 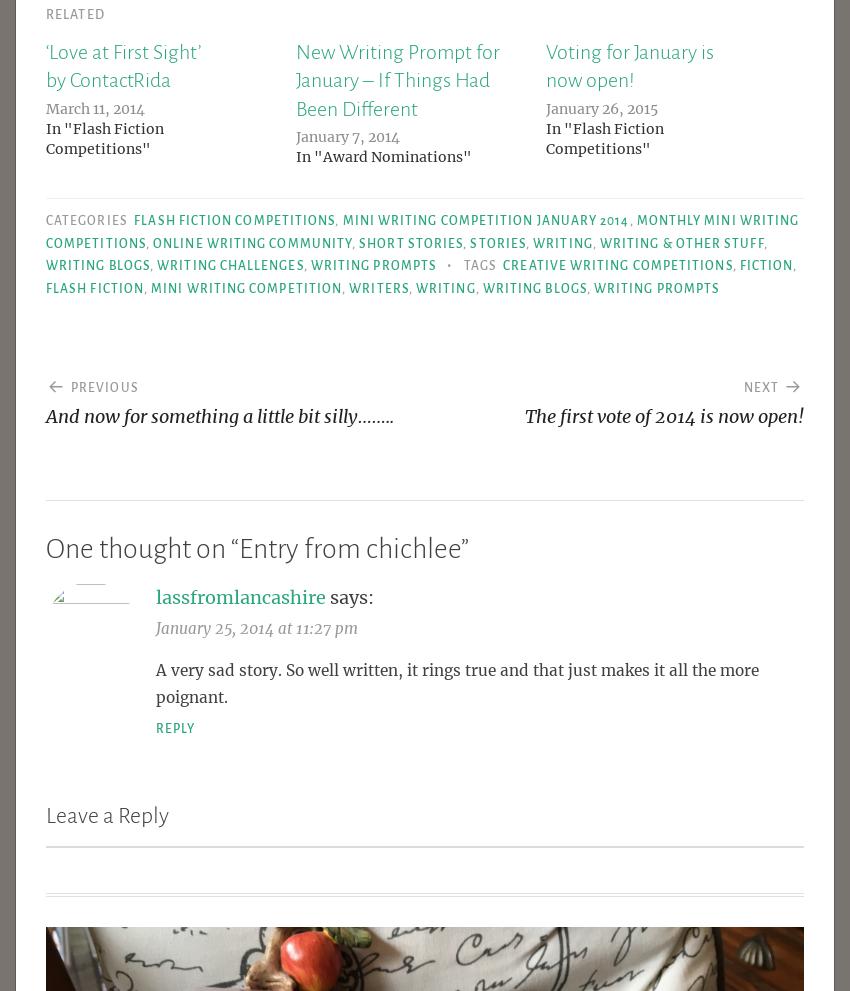 I want to click on 'lassfromlancashire', so click(x=240, y=597).